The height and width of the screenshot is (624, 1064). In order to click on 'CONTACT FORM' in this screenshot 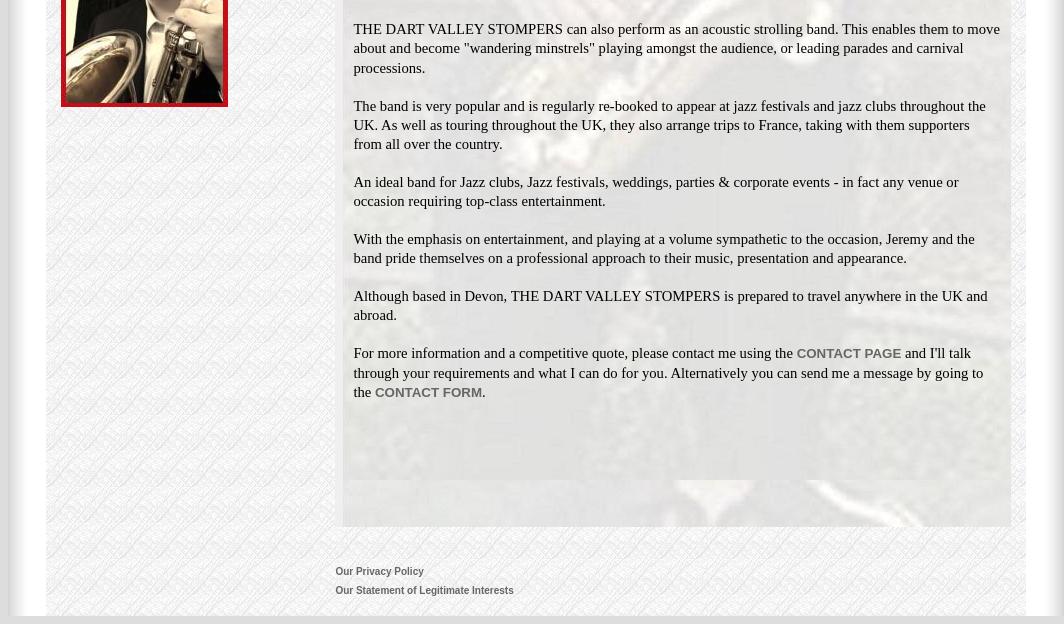, I will do `click(428, 391)`.